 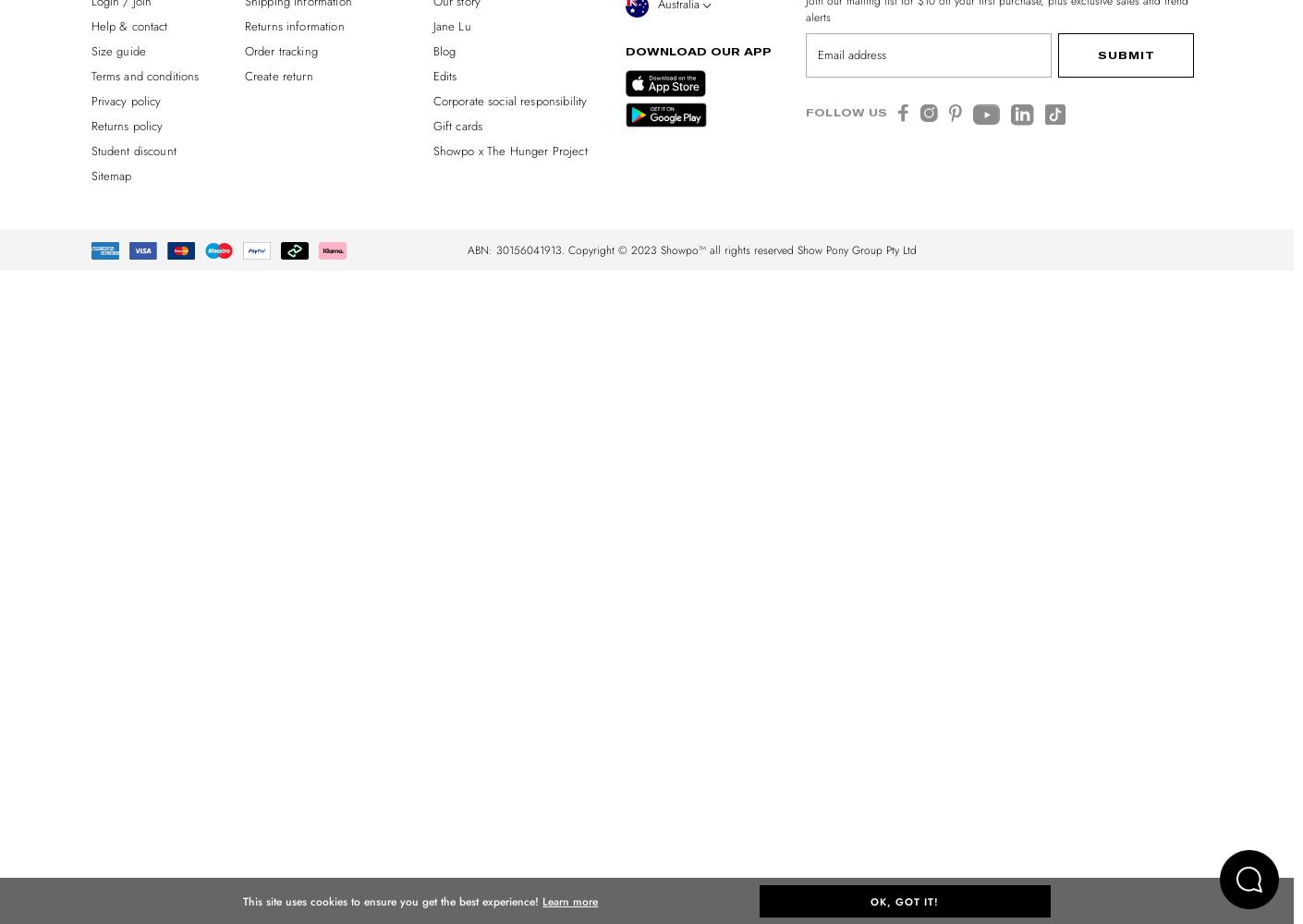 I want to click on 'Showpo x The Hunger Project', so click(x=509, y=150).